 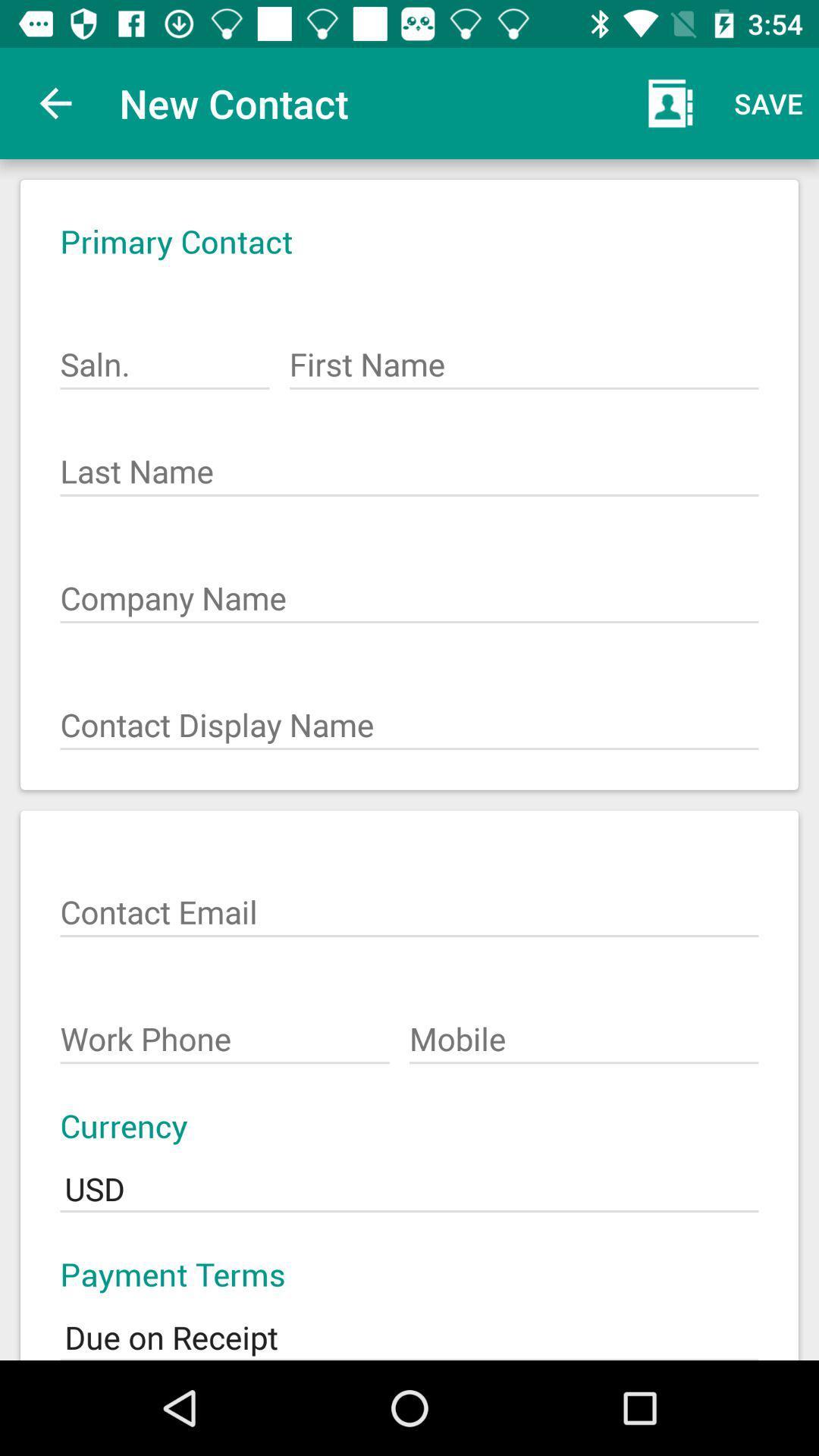 I want to click on the item at the bottom left corner, so click(x=224, y=1031).